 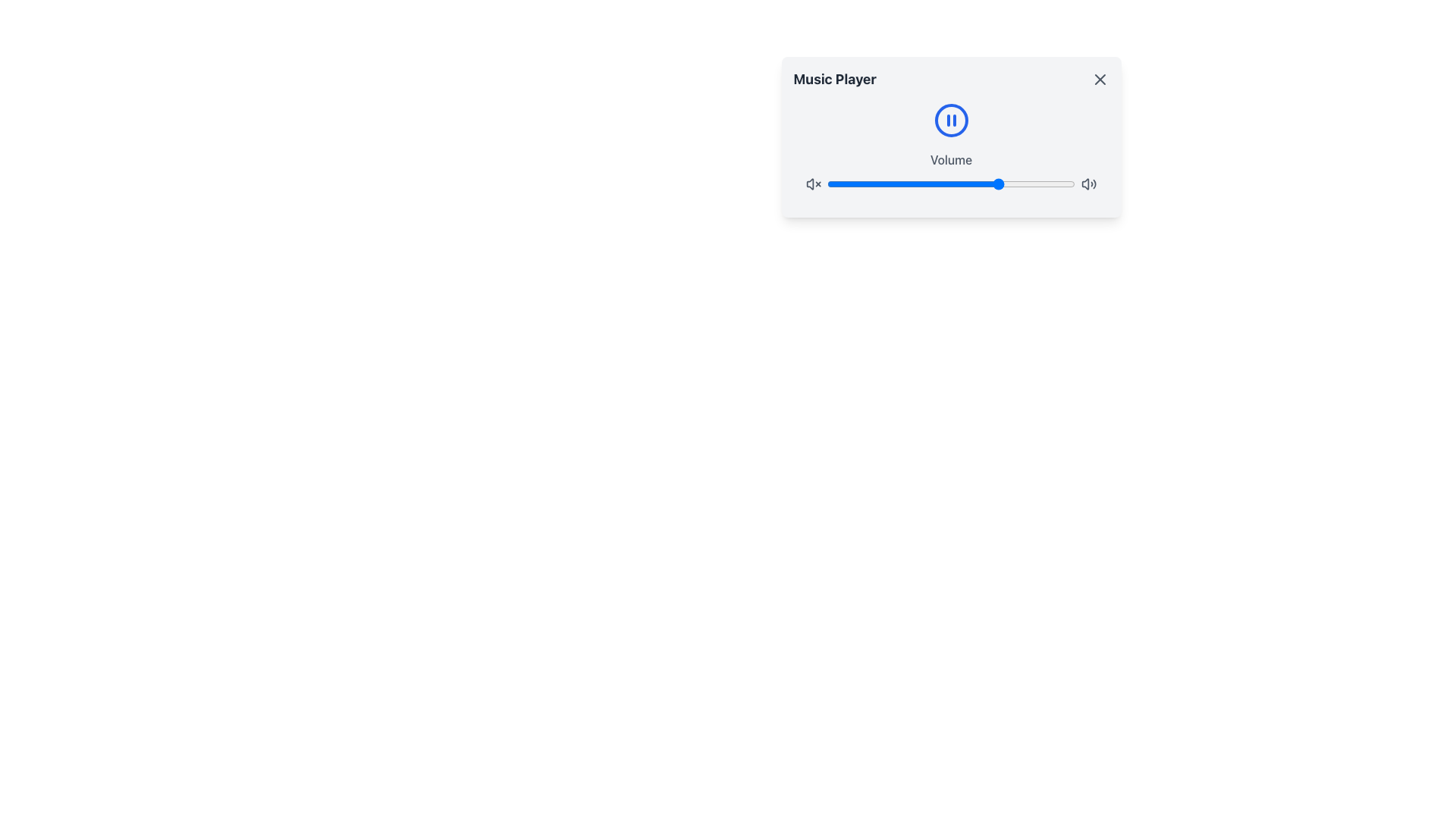 I want to click on the muted speaker icon, so click(x=812, y=184).